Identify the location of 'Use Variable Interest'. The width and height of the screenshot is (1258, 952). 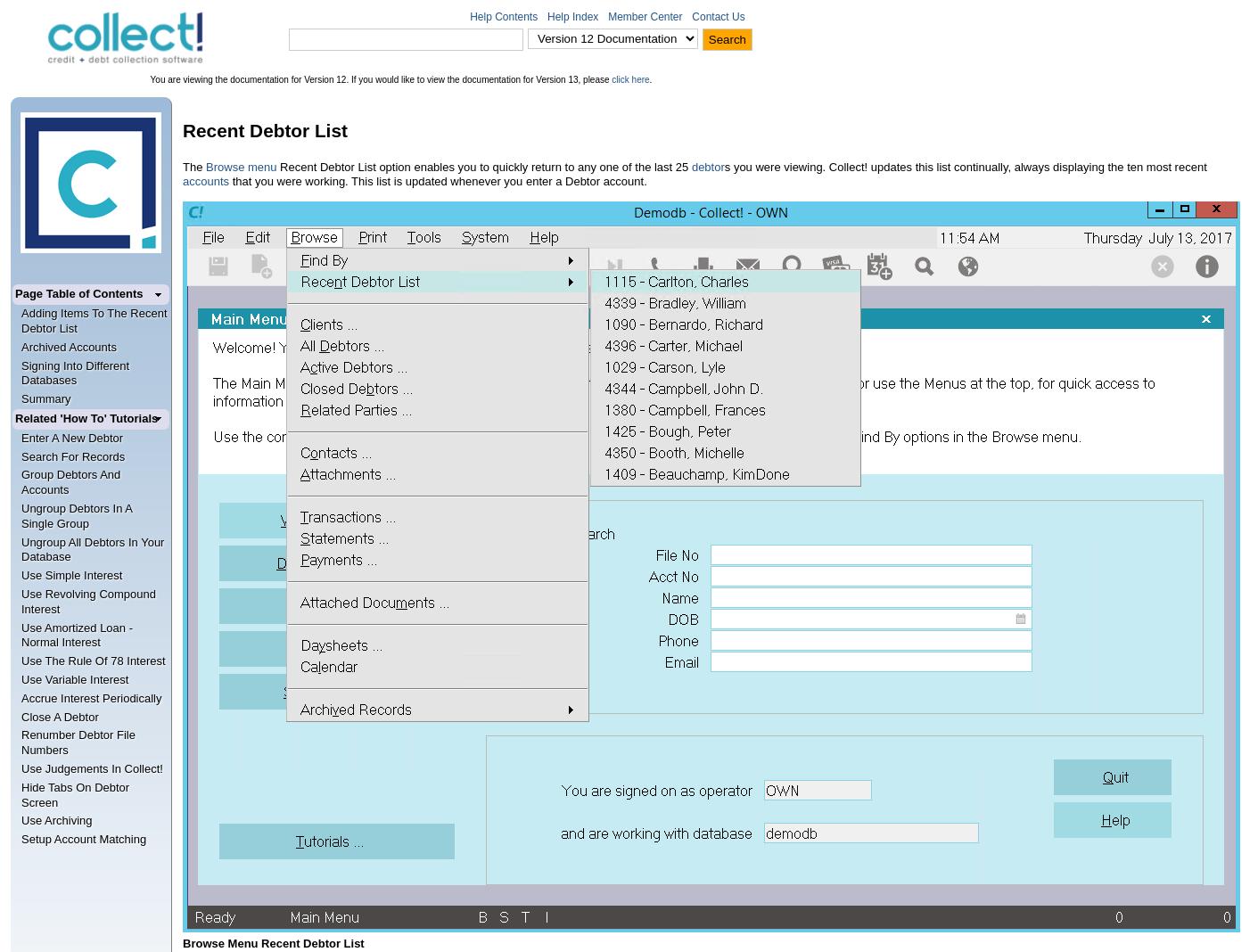
(74, 678).